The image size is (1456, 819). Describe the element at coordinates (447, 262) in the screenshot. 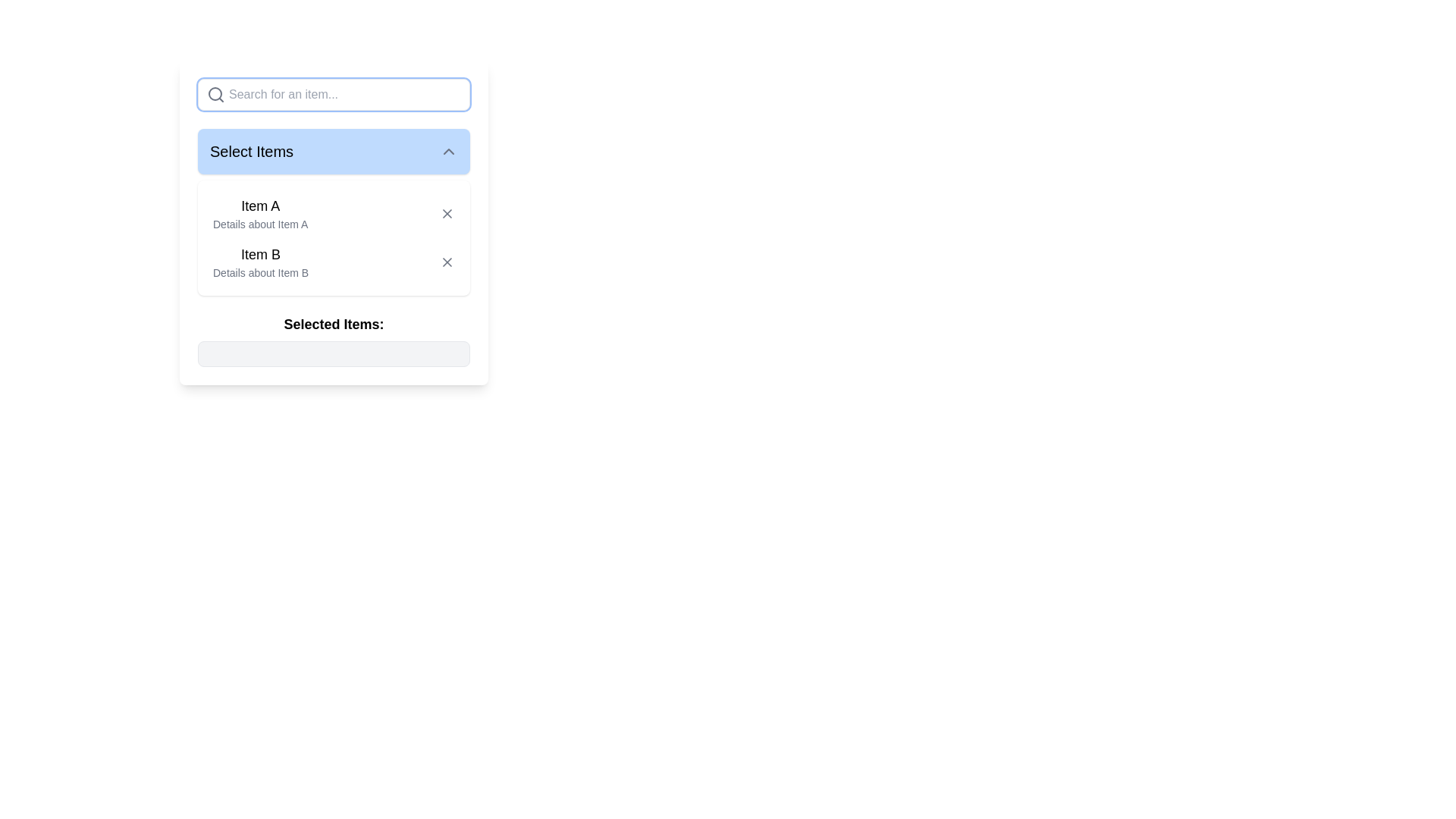

I see `the button on the right side of 'Item B'` at that location.